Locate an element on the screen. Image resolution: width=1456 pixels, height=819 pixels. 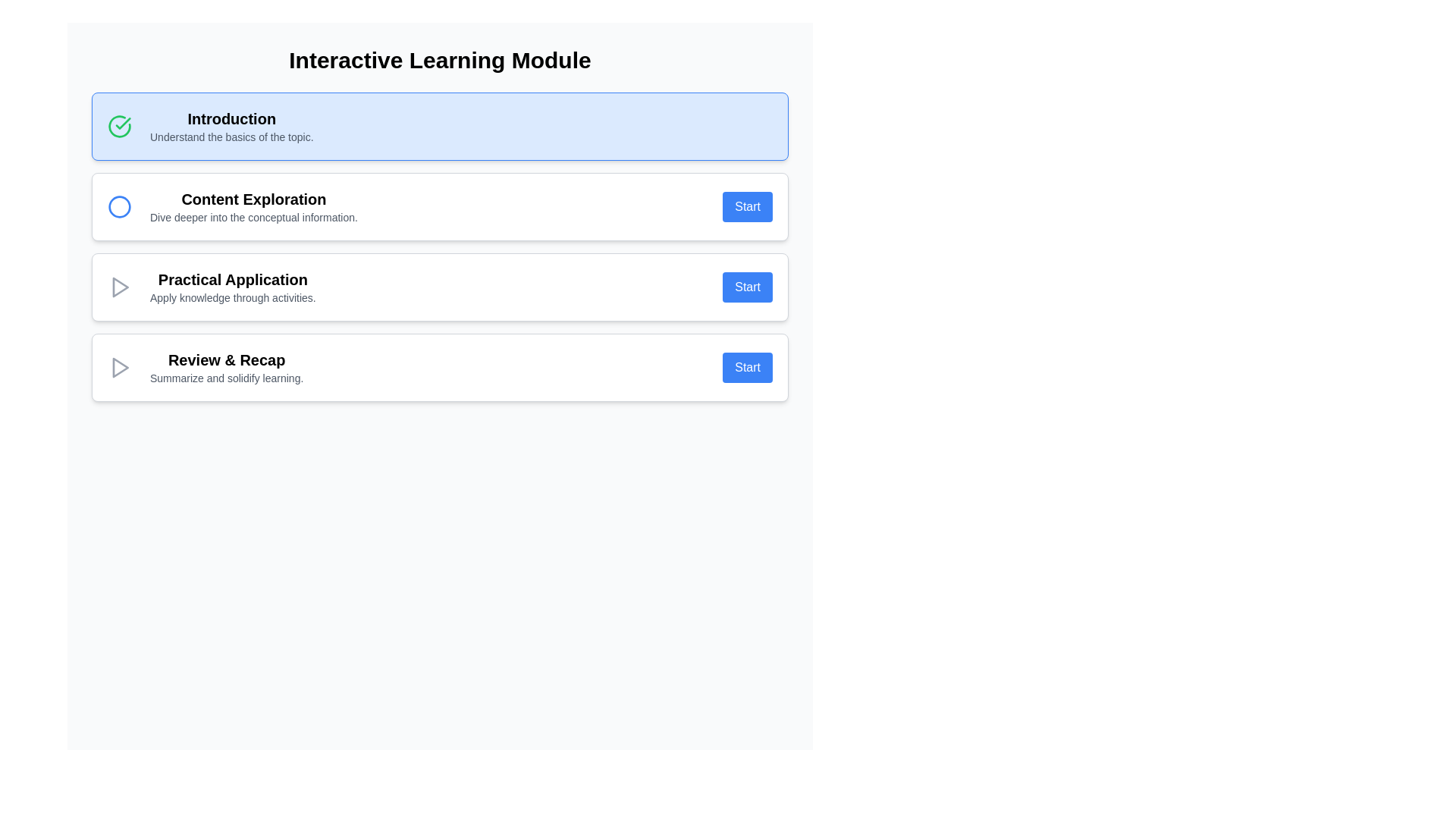
the Text Display element that serves as a description header and subtitle for the 'Content Exploration' section, positioned centrally between the 'Introduction' and 'Practical Application' cards is located at coordinates (254, 207).